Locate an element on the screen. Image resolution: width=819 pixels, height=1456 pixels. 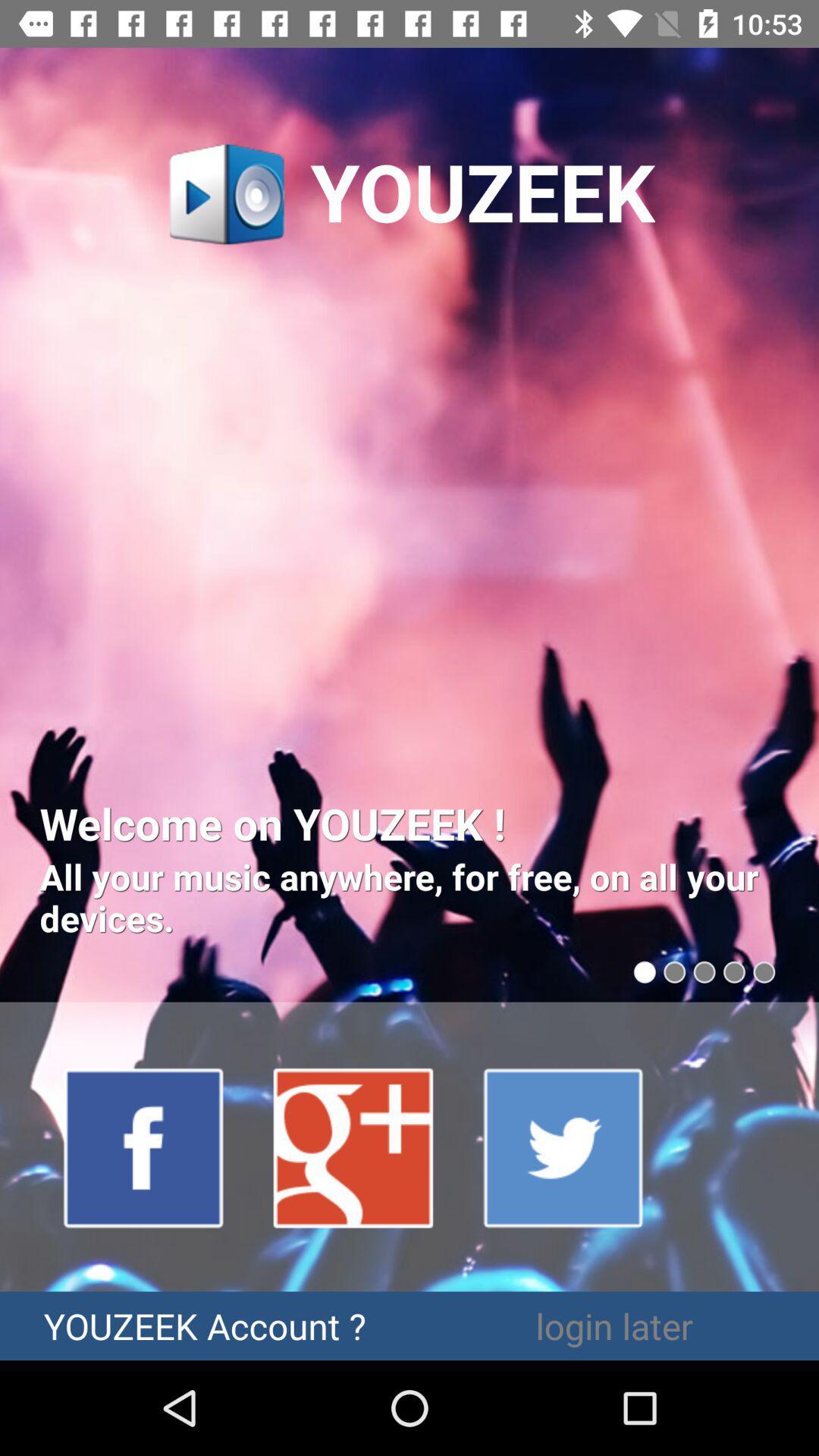
the icon above the youzeek account ? icon is located at coordinates (354, 1147).